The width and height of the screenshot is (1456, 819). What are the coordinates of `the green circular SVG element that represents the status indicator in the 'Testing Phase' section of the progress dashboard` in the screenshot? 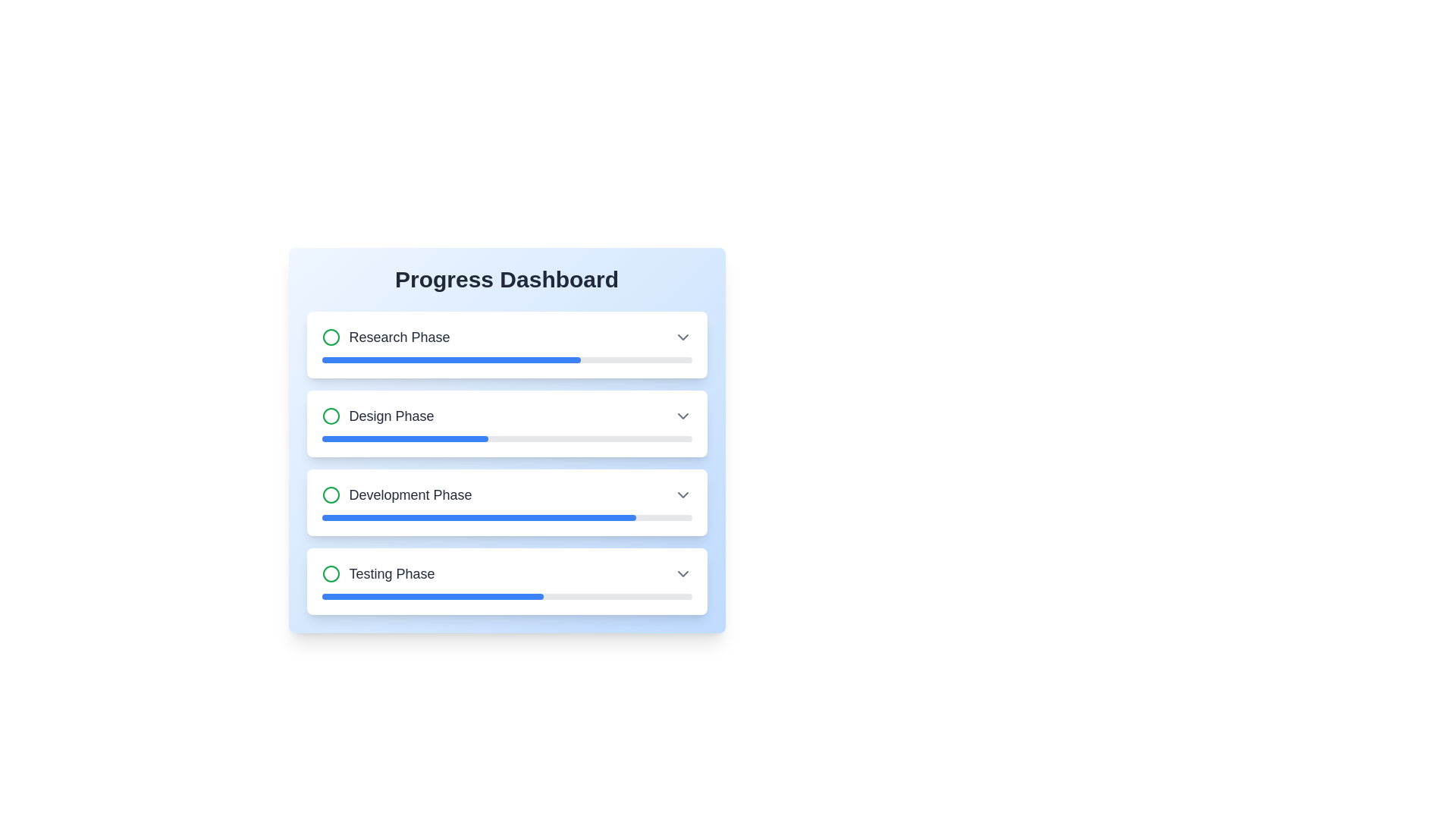 It's located at (330, 573).